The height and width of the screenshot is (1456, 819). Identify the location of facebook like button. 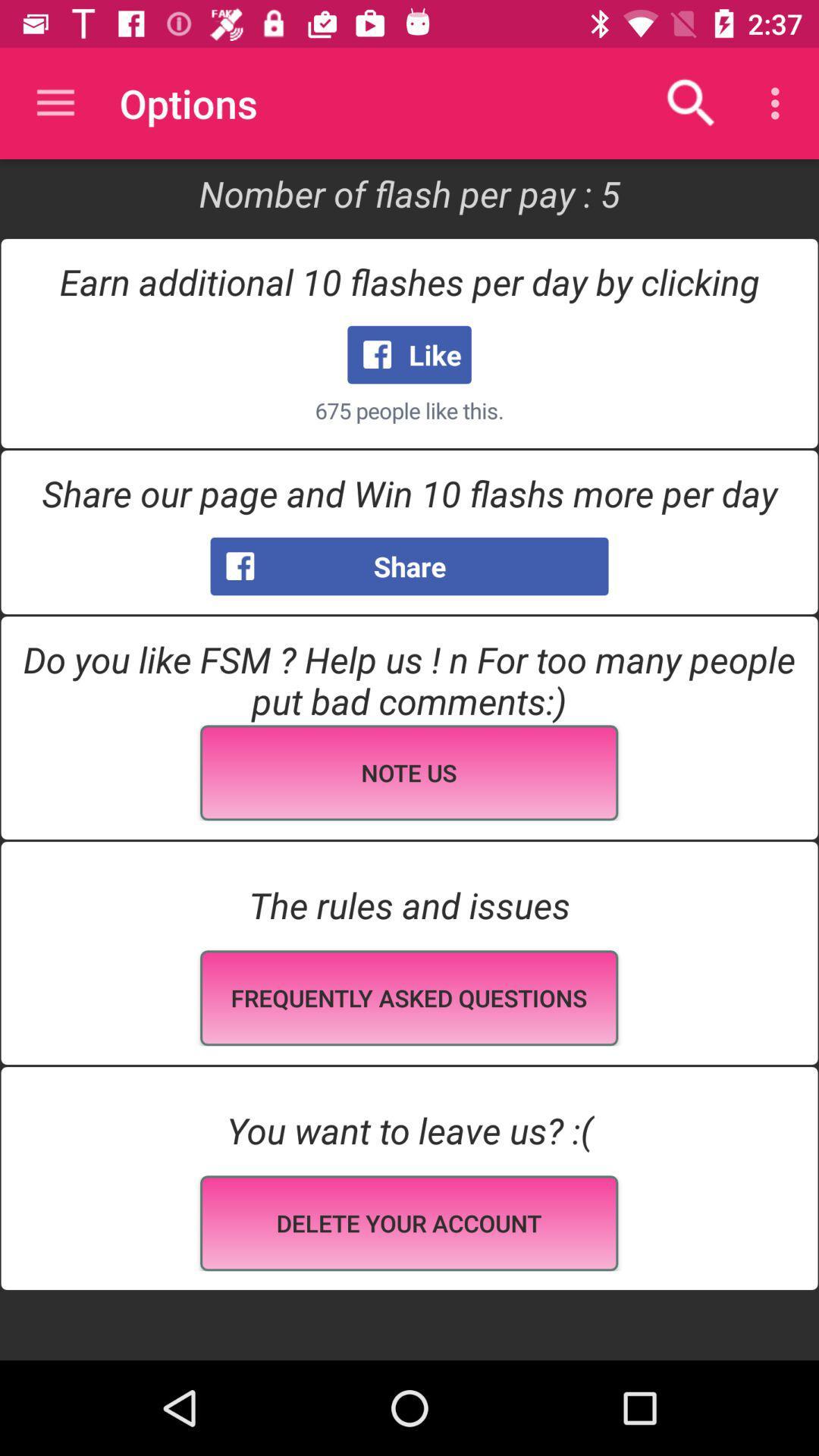
(409, 353).